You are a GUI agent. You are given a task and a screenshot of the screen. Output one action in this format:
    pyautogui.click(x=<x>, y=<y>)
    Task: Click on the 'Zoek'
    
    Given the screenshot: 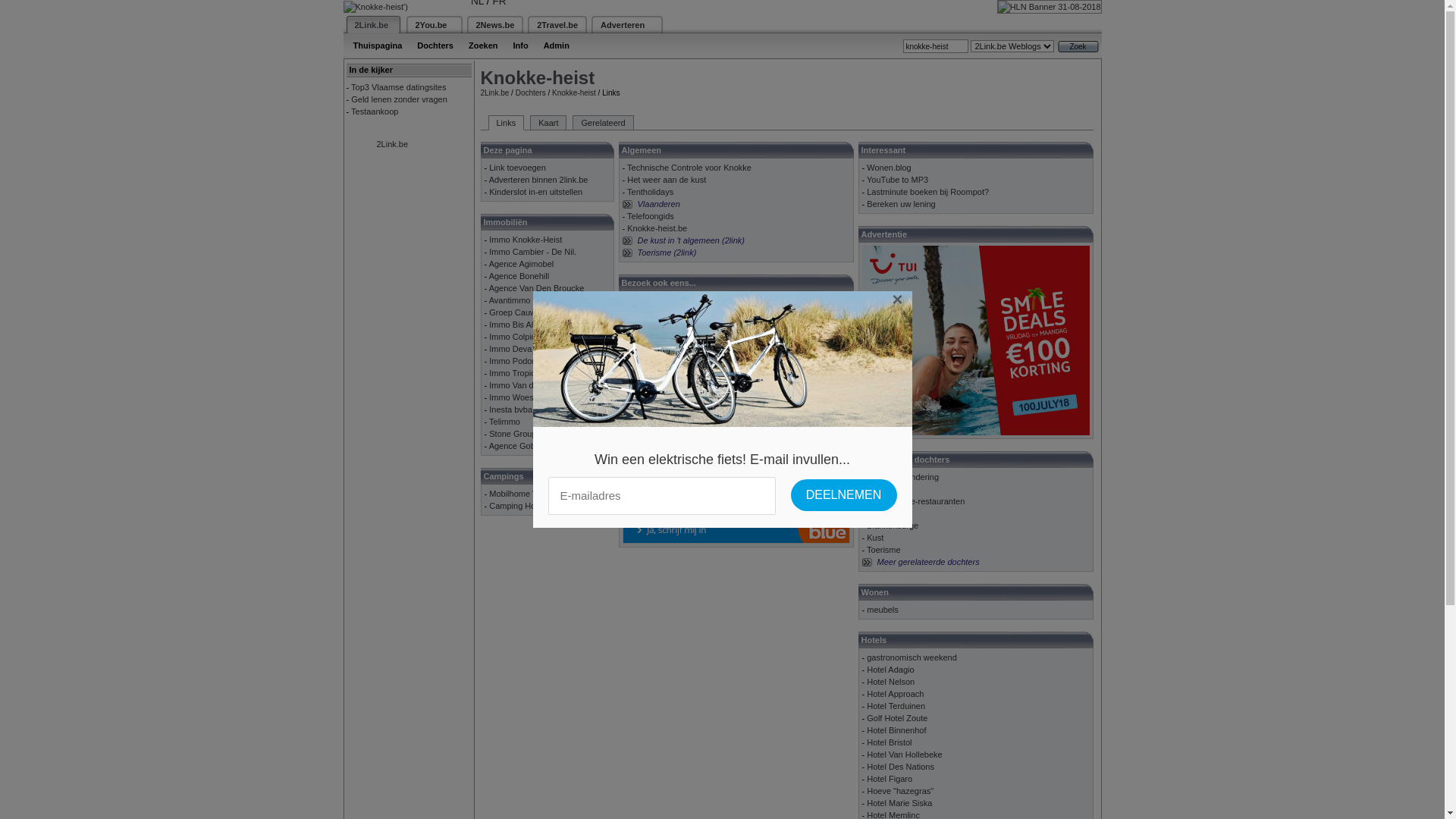 What is the action you would take?
    pyautogui.click(x=1076, y=45)
    